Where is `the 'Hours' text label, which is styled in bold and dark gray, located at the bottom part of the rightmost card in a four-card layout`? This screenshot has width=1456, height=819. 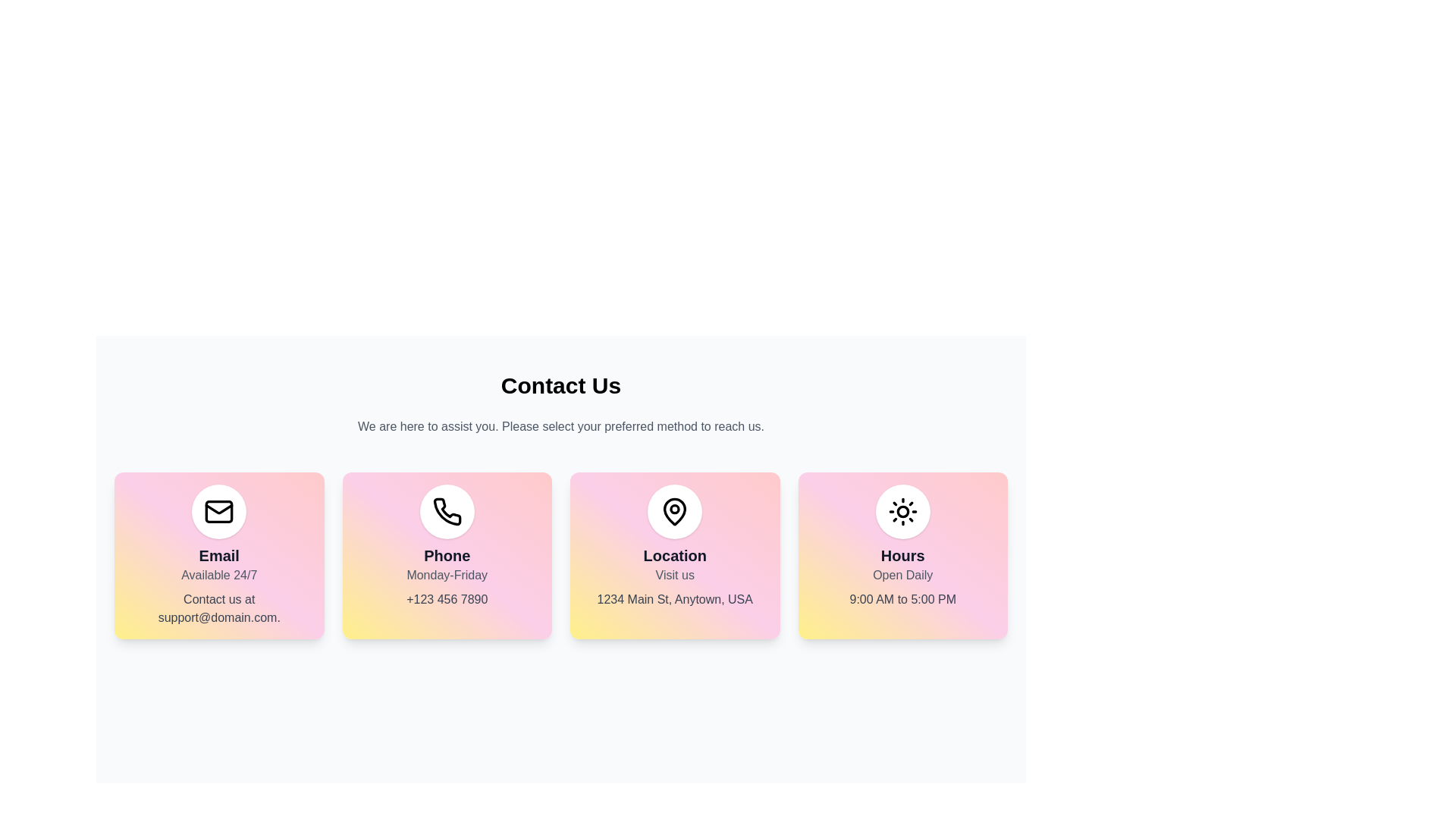
the 'Hours' text label, which is styled in bold and dark gray, located at the bottom part of the rightmost card in a four-card layout is located at coordinates (902, 555).